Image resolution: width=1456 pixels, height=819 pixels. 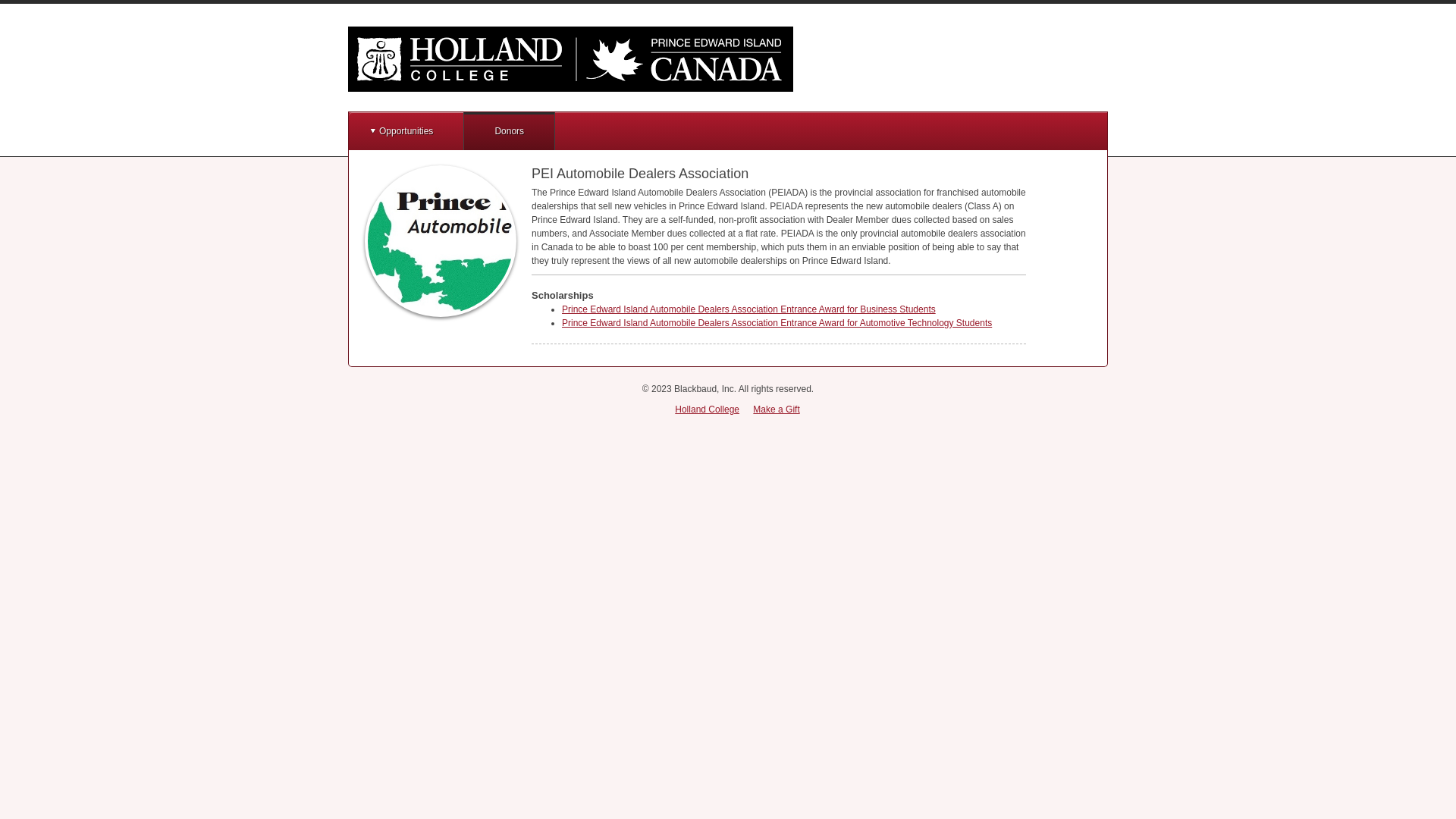 What do you see at coordinates (406, 130) in the screenshot?
I see `'Opportunities'` at bounding box center [406, 130].